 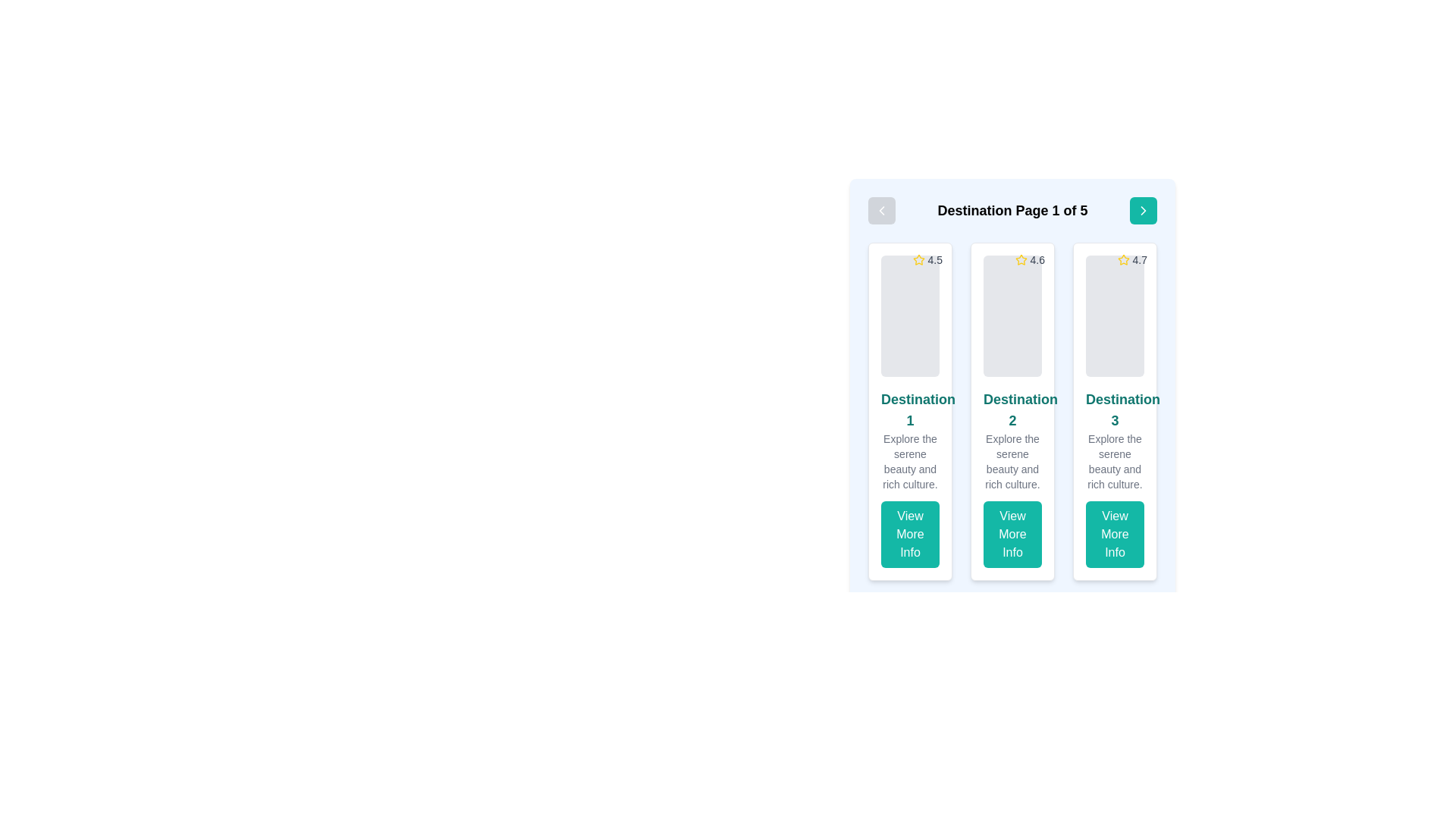 I want to click on the 'Destination 2' label, which features bold teal text and is positioned in the middle card of the destination cards, so click(x=1012, y=409).